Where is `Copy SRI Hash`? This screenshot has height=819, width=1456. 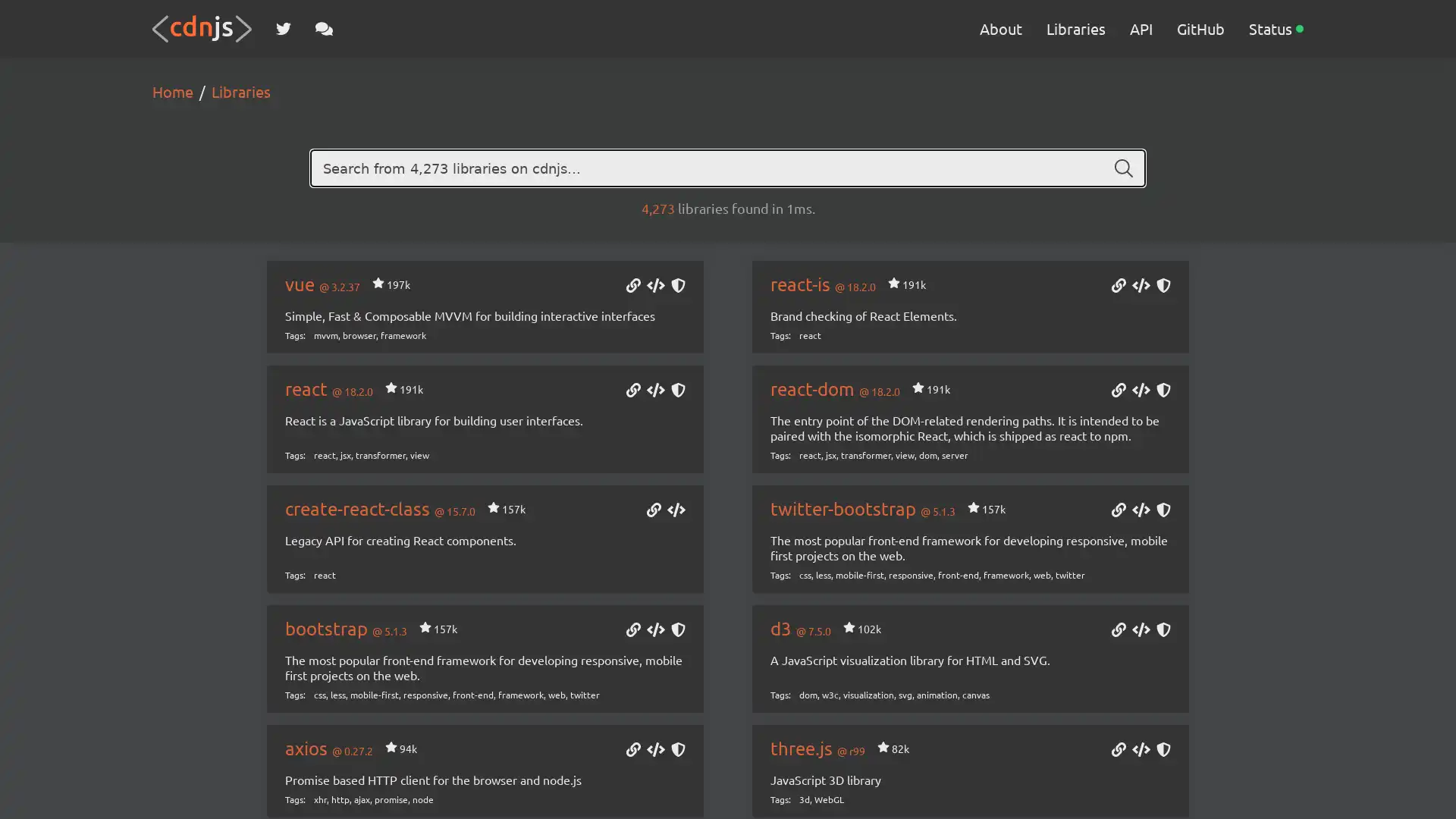
Copy SRI Hash is located at coordinates (1163, 751).